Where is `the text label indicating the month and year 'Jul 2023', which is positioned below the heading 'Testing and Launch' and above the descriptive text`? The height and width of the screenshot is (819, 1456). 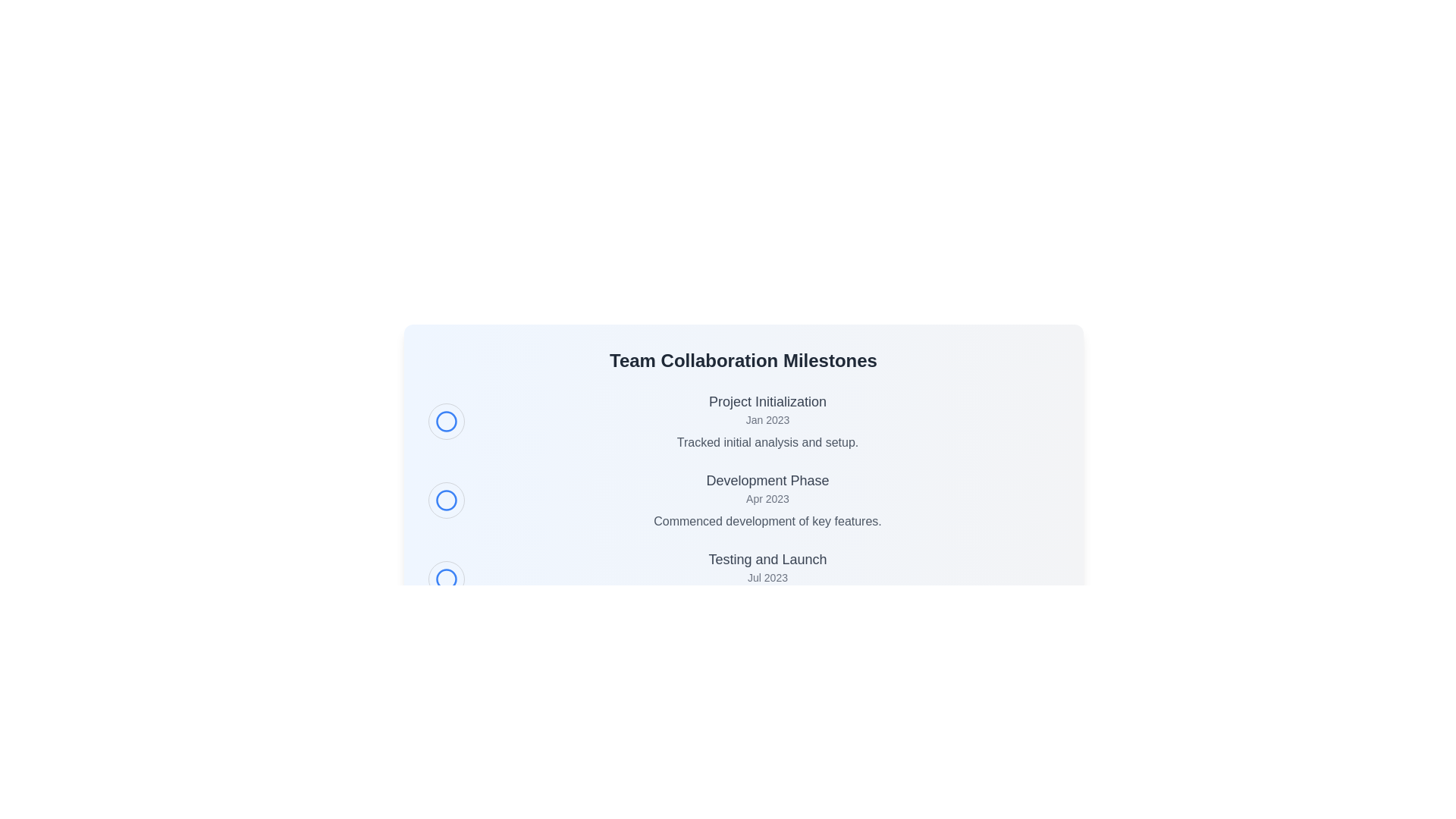
the text label indicating the month and year 'Jul 2023', which is positioned below the heading 'Testing and Launch' and above the descriptive text is located at coordinates (767, 578).